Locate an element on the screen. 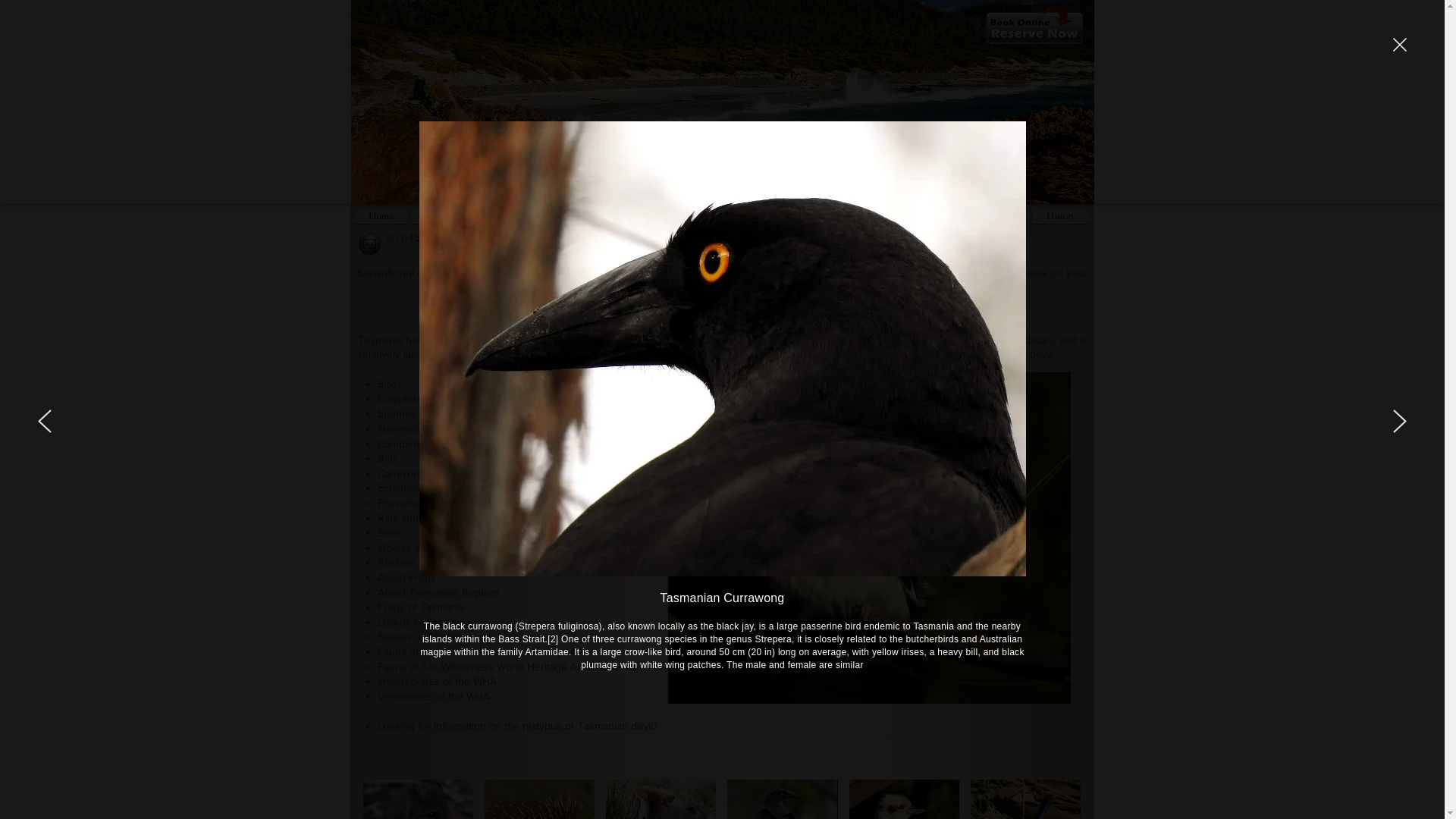 The height and width of the screenshot is (819, 1456). 'Seals' is located at coordinates (390, 532).